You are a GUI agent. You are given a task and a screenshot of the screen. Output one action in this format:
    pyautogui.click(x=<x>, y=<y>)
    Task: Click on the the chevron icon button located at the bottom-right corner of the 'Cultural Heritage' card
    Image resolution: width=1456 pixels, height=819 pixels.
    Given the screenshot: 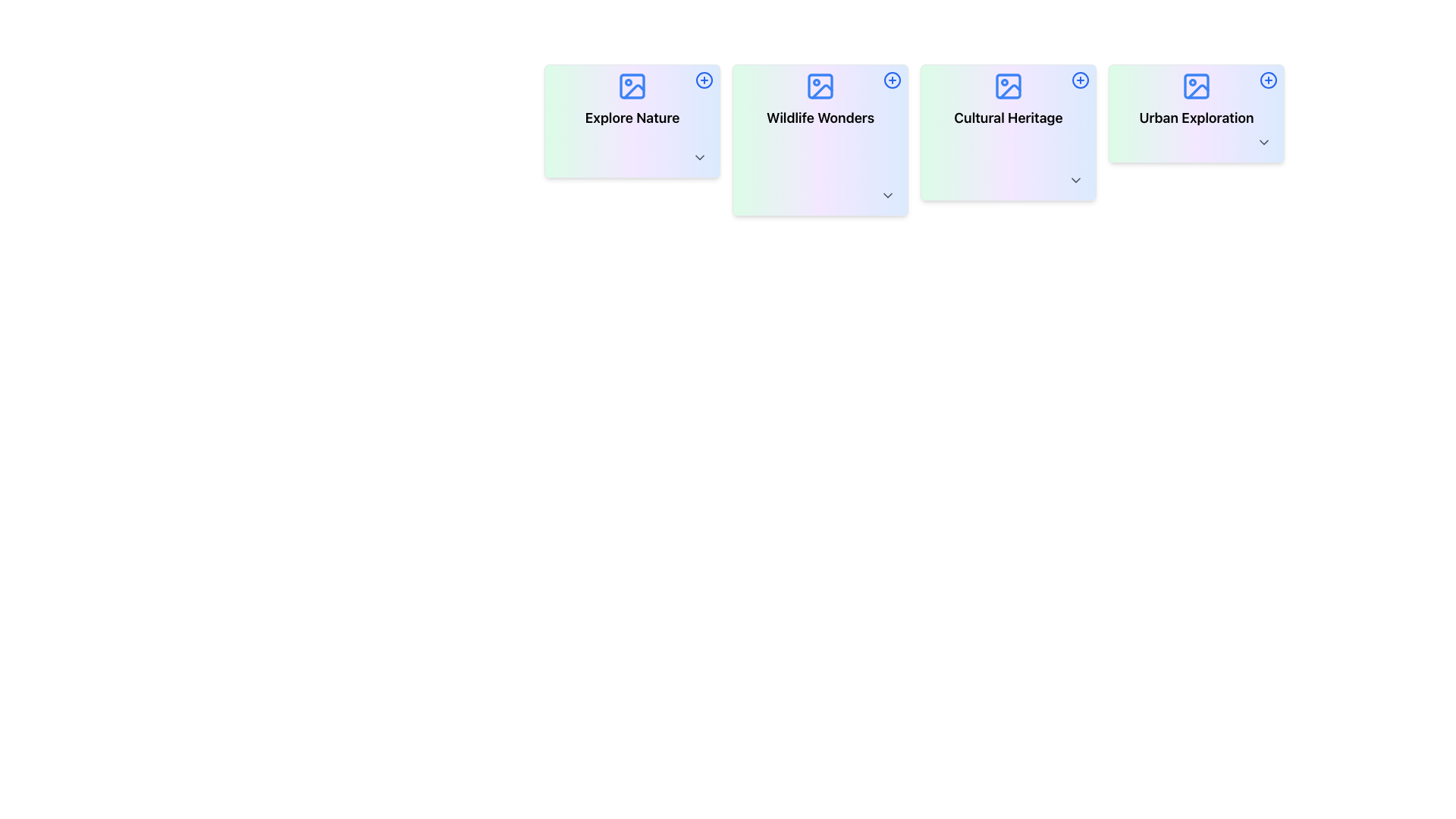 What is the action you would take?
    pyautogui.click(x=1075, y=180)
    